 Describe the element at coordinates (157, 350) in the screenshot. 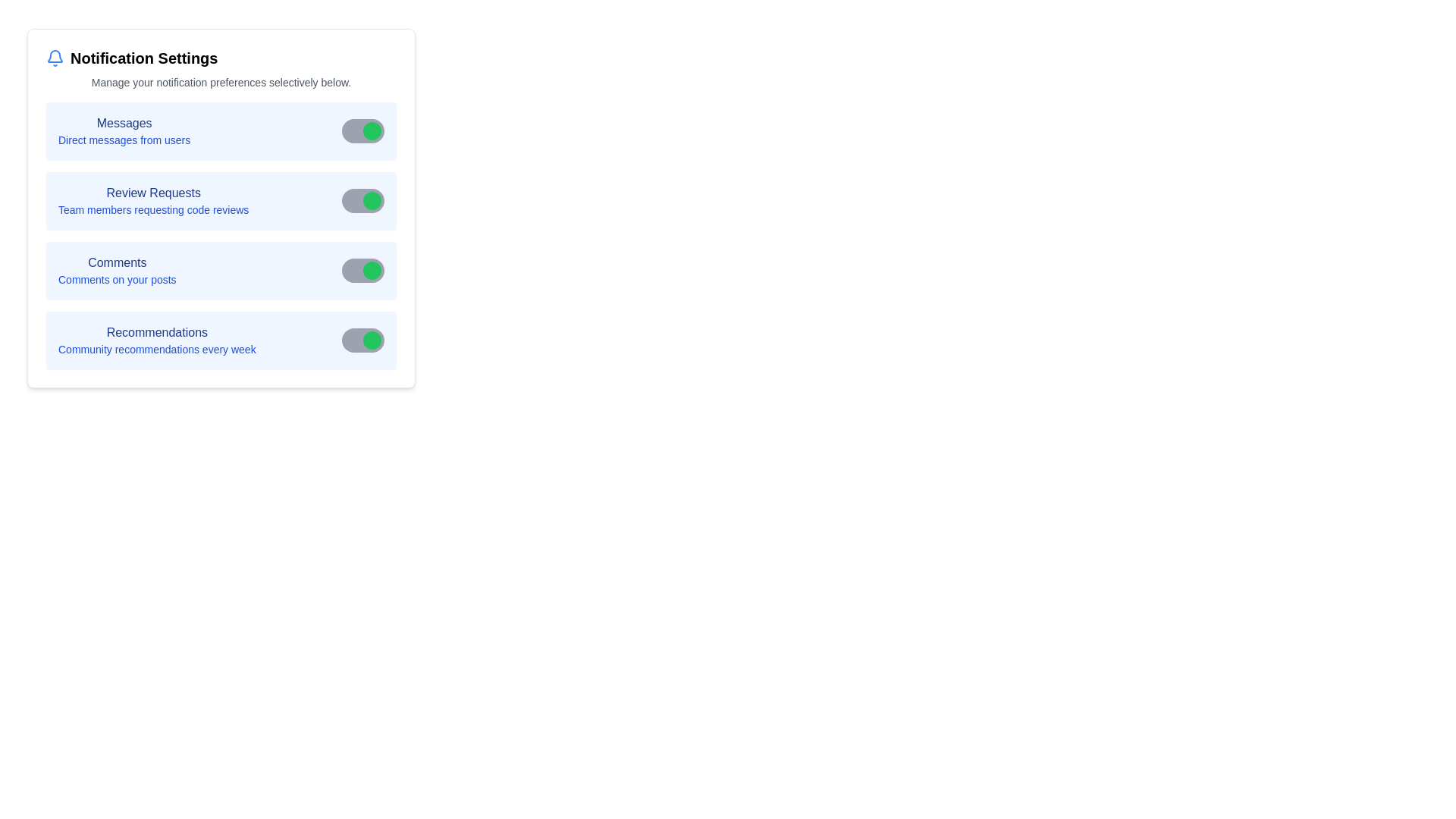

I see `the text label that displays 'Community recommendations every week', located under the heading 'Recommendations'` at that location.